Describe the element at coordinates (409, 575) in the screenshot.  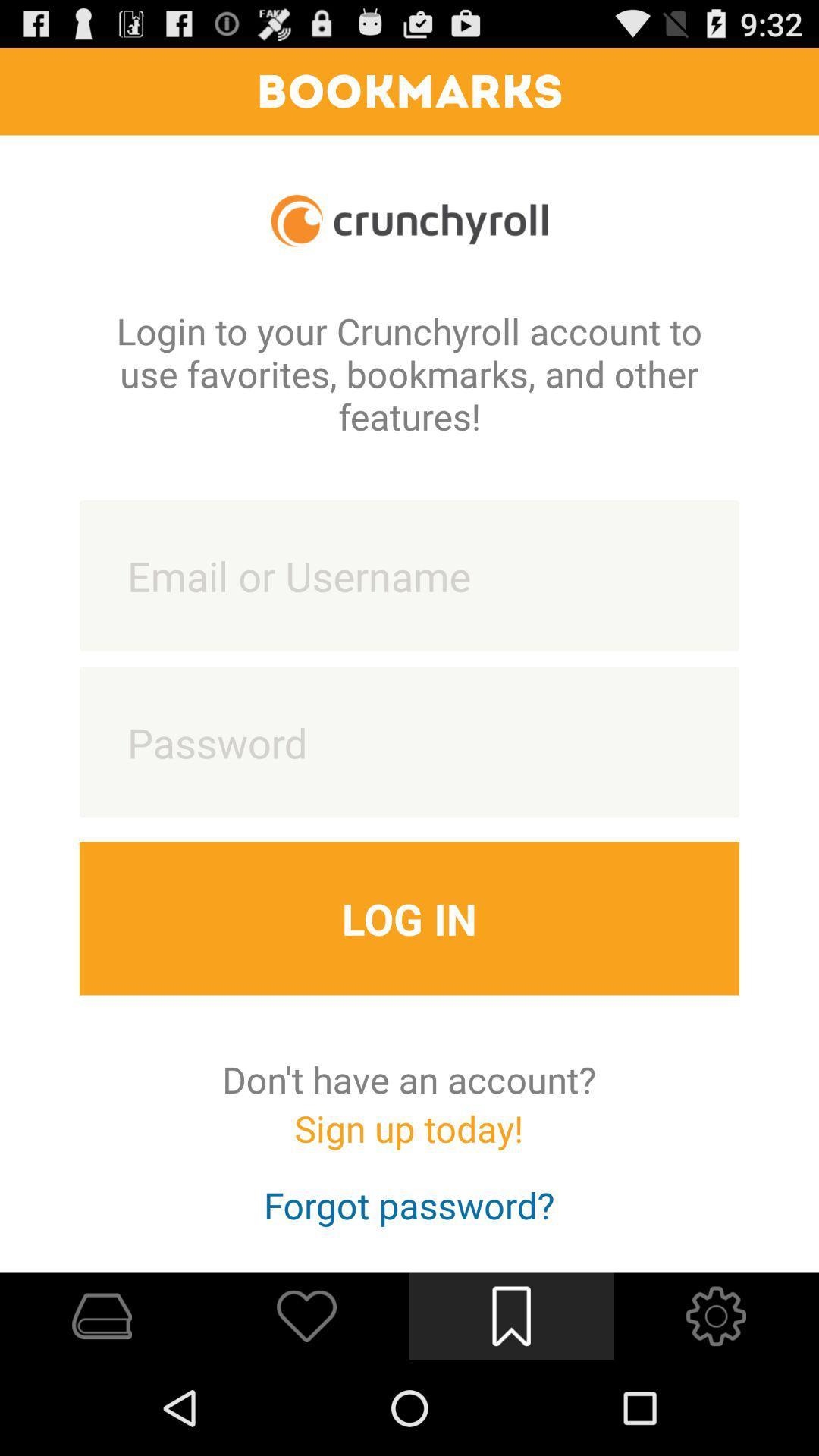
I see `login username or password` at that location.